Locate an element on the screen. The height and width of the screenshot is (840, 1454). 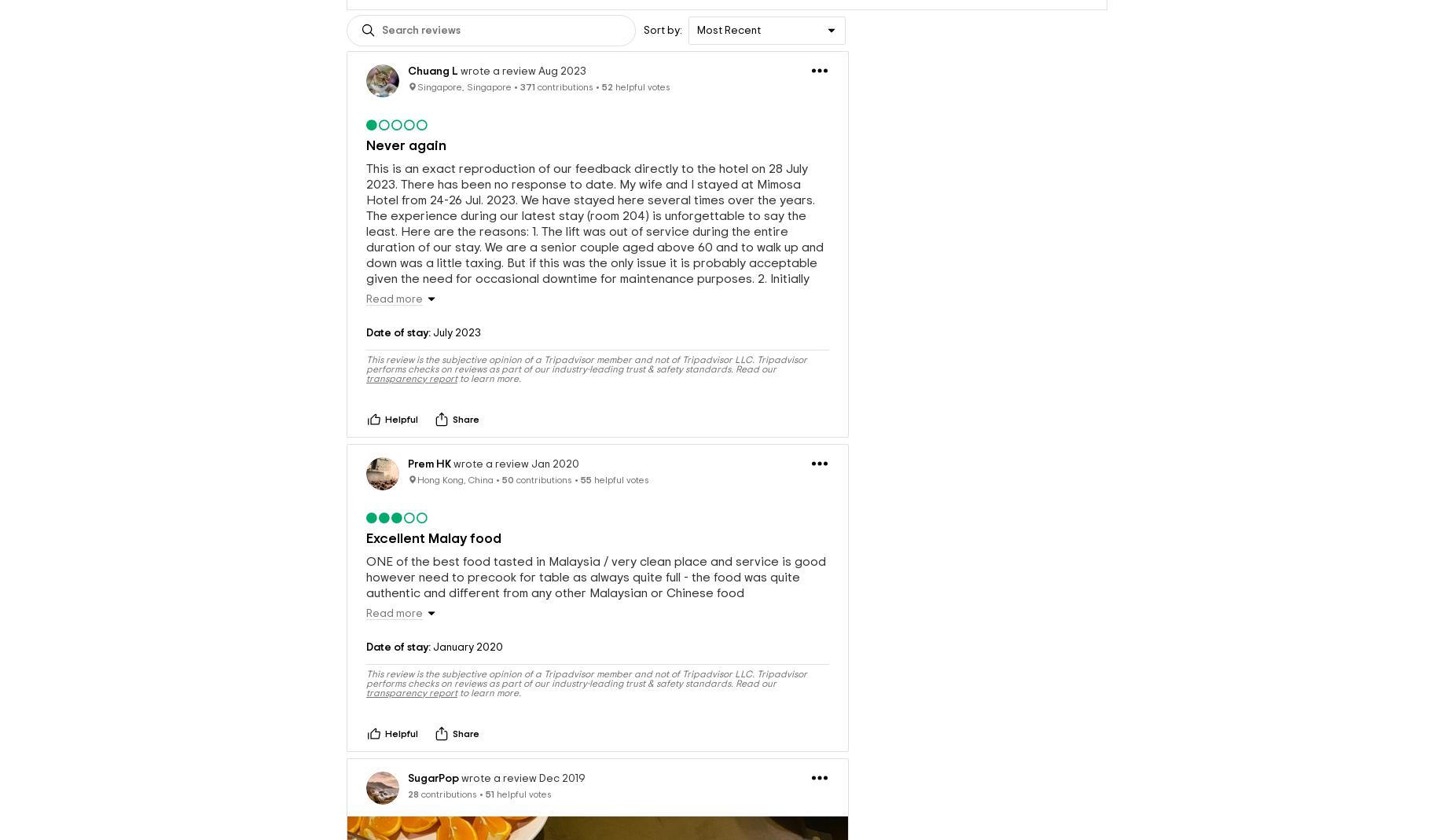
'Never again' is located at coordinates (406, 145).